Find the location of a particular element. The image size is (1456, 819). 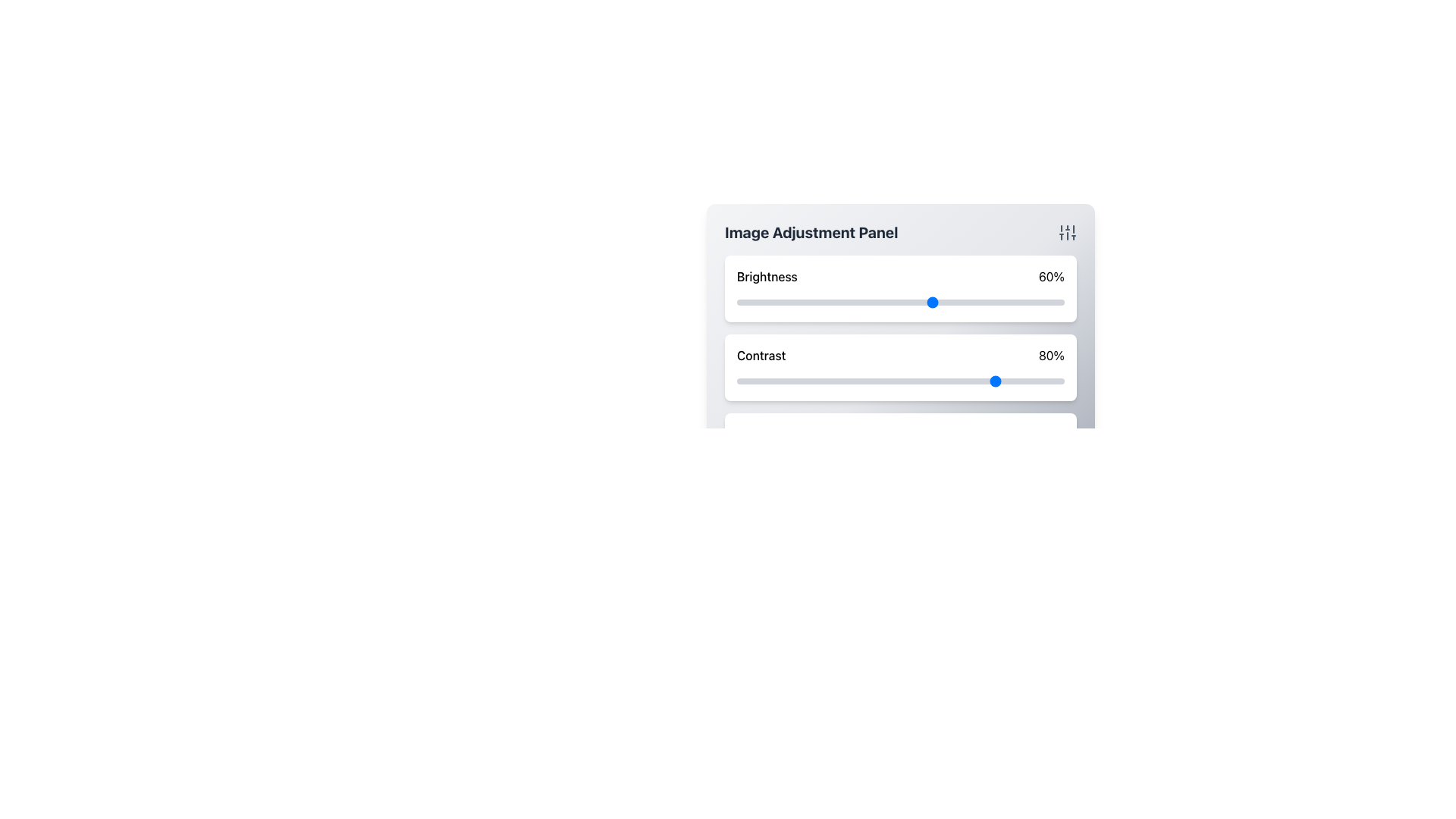

brightness is located at coordinates (962, 302).